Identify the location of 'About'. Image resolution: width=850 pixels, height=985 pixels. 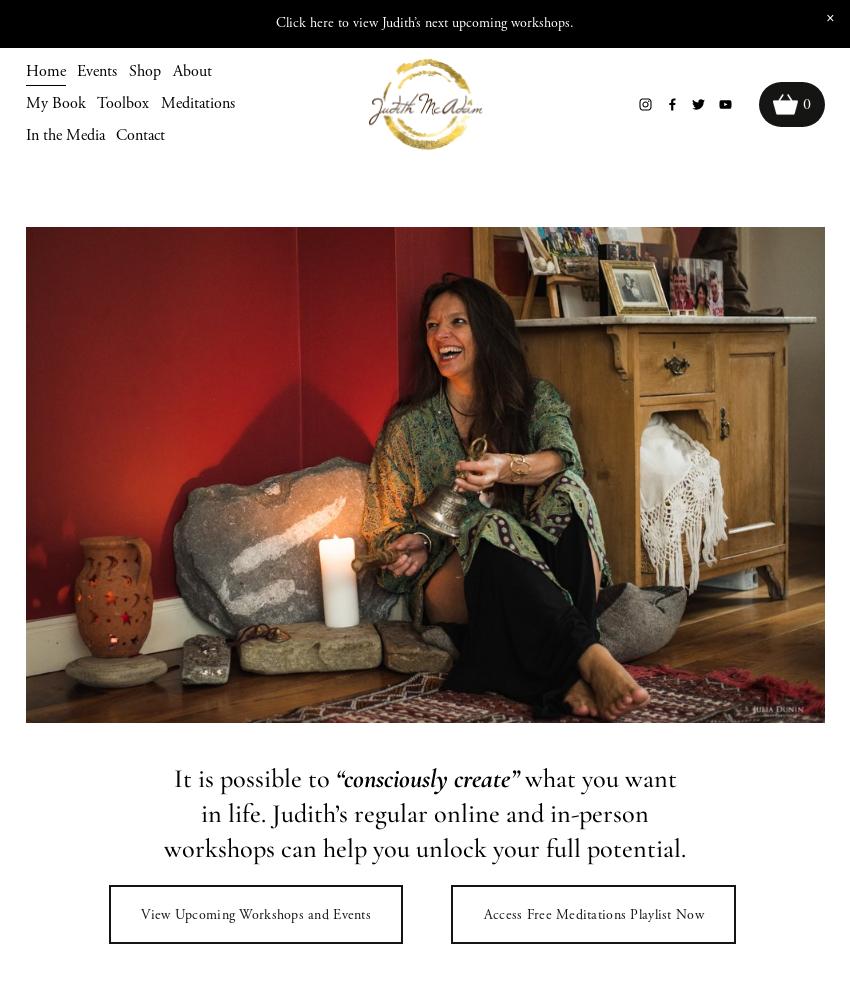
(171, 69).